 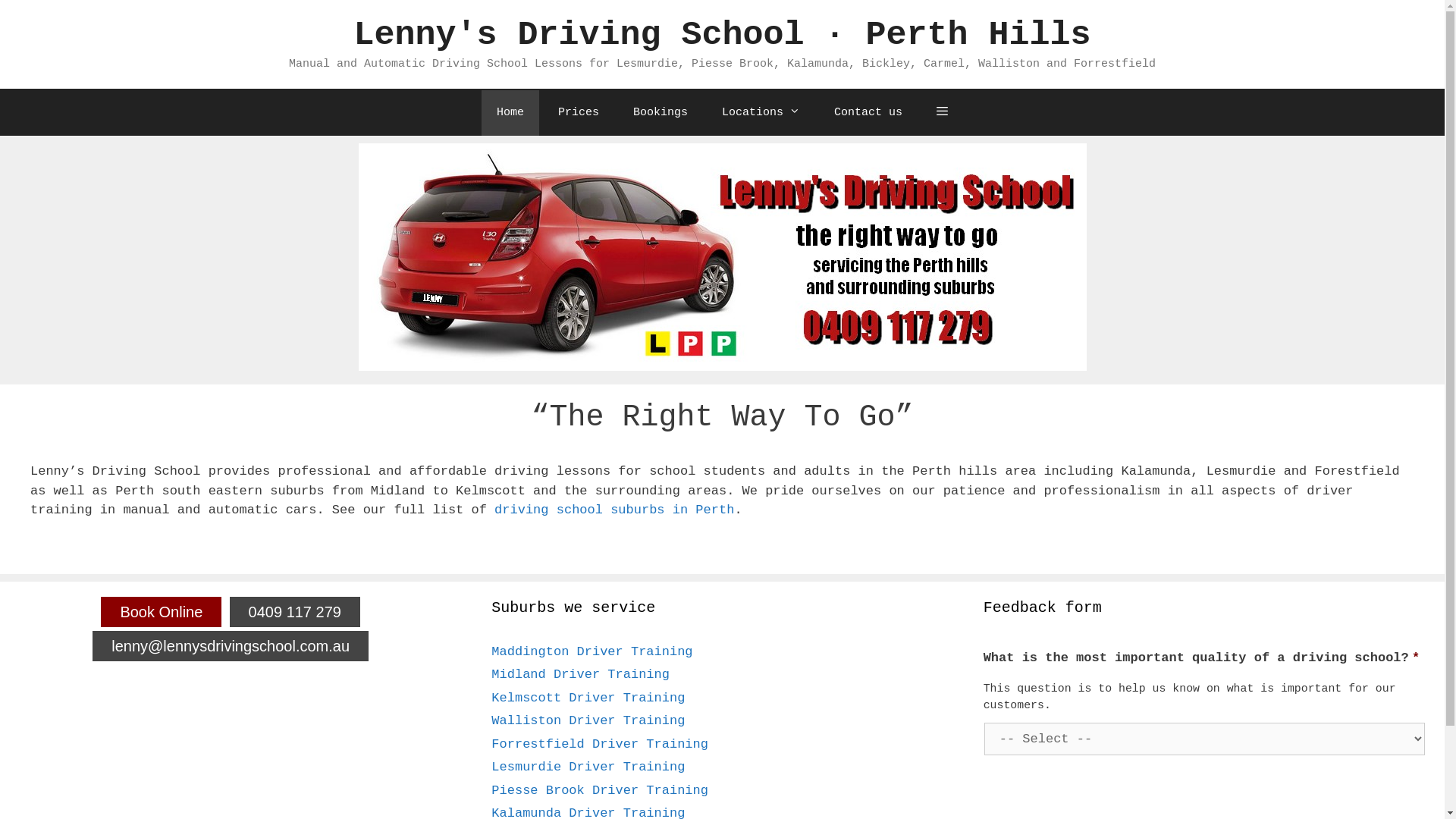 I want to click on 'Walliston Driver Training', so click(x=587, y=720).